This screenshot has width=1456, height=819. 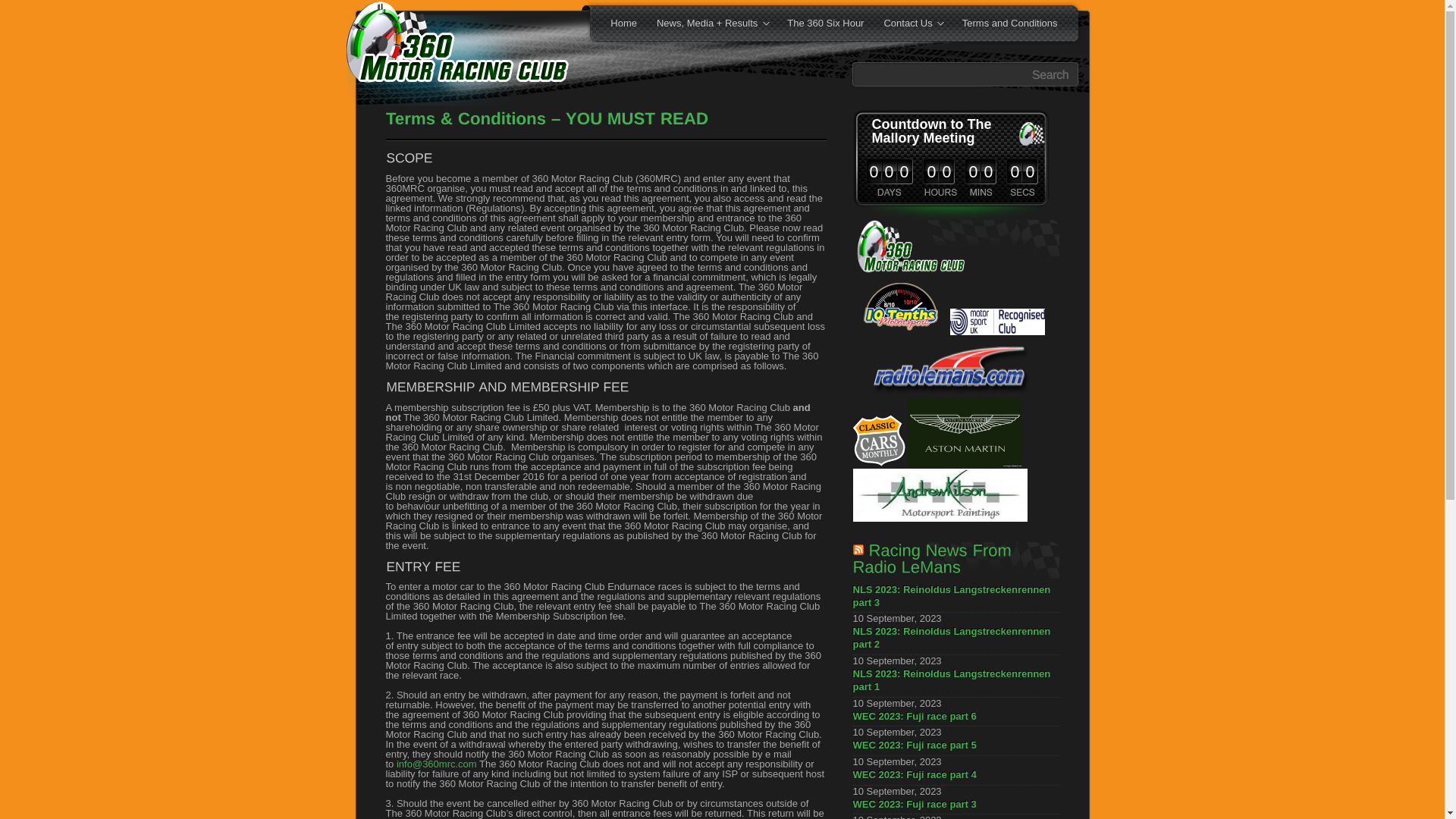 I want to click on 'The 360 Six Hour', so click(x=777, y=23).